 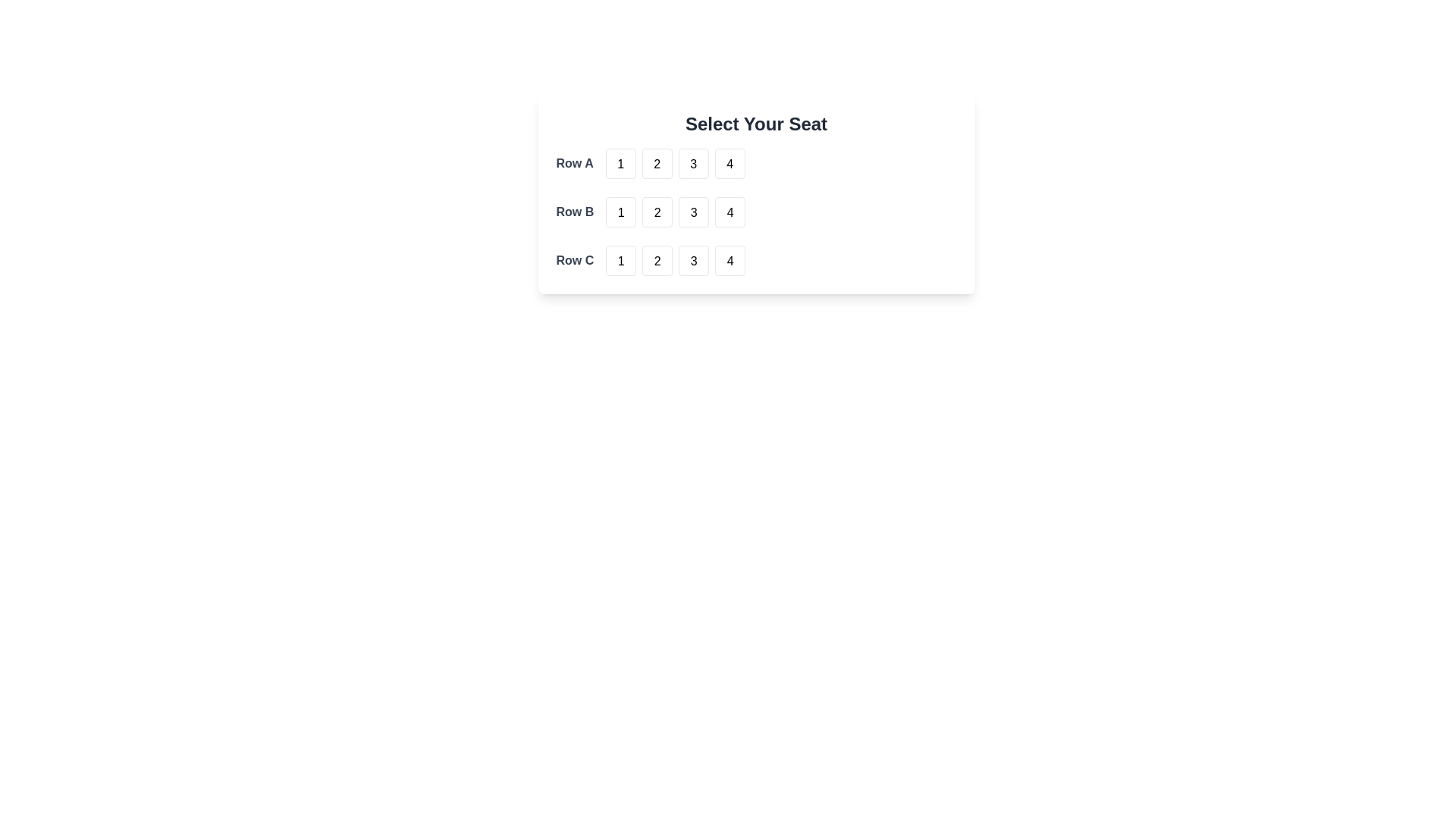 What do you see at coordinates (675, 259) in the screenshot?
I see `the second button in the selection interface for 'Row C'` at bounding box center [675, 259].